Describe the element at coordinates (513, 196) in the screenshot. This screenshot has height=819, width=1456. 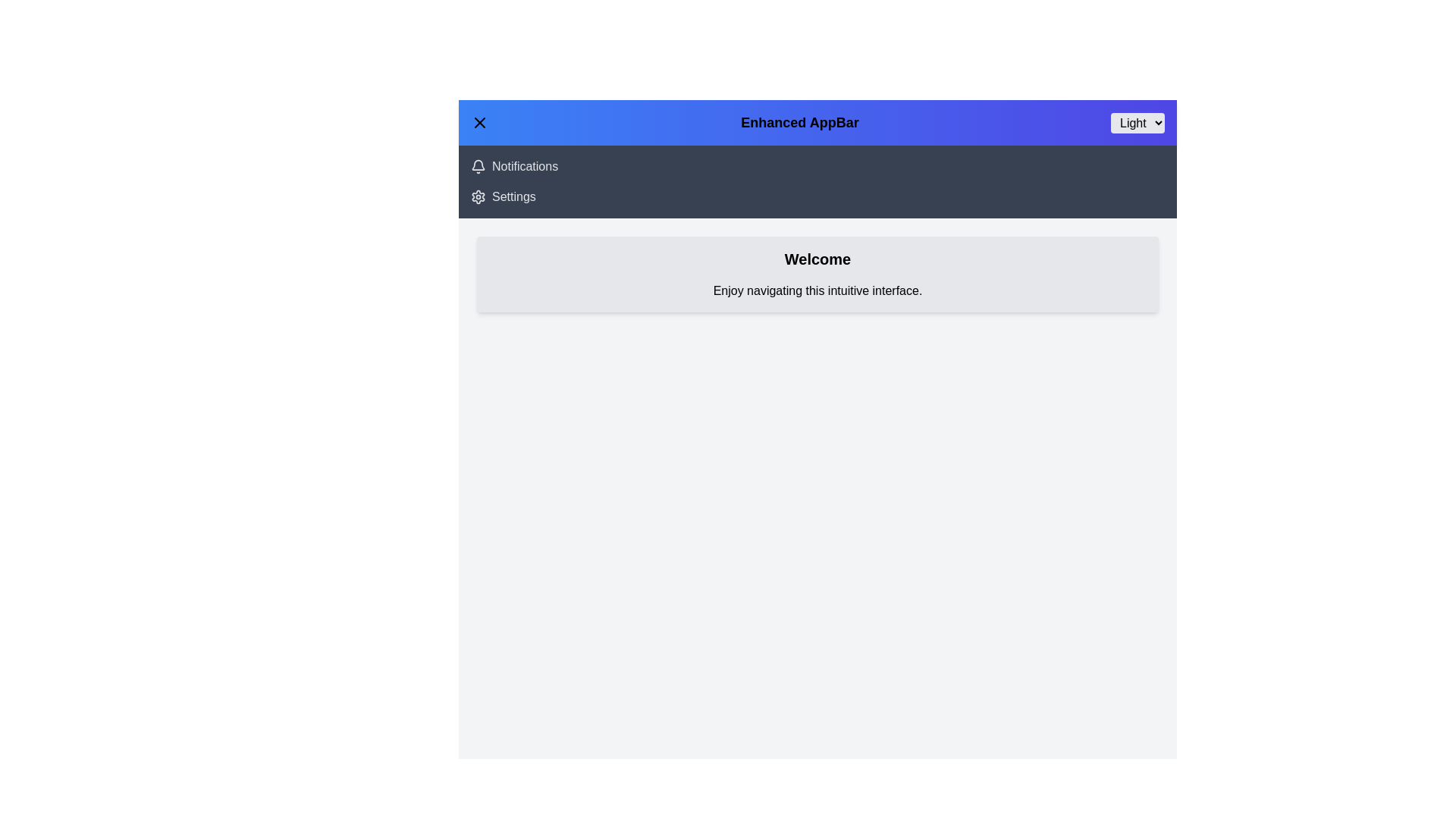
I see `the 'Settings' navigation link` at that location.